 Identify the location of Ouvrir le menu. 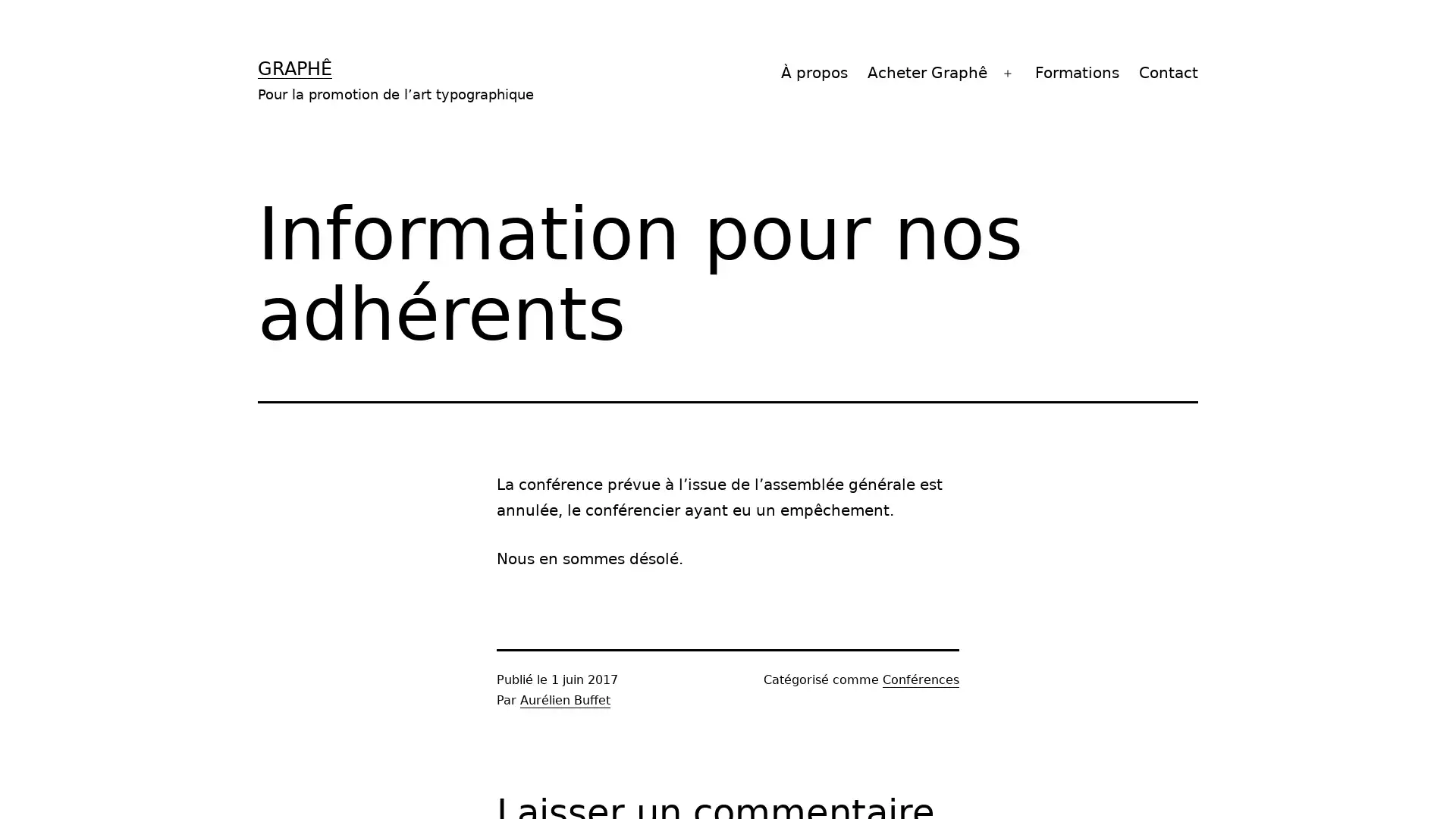
(1008, 73).